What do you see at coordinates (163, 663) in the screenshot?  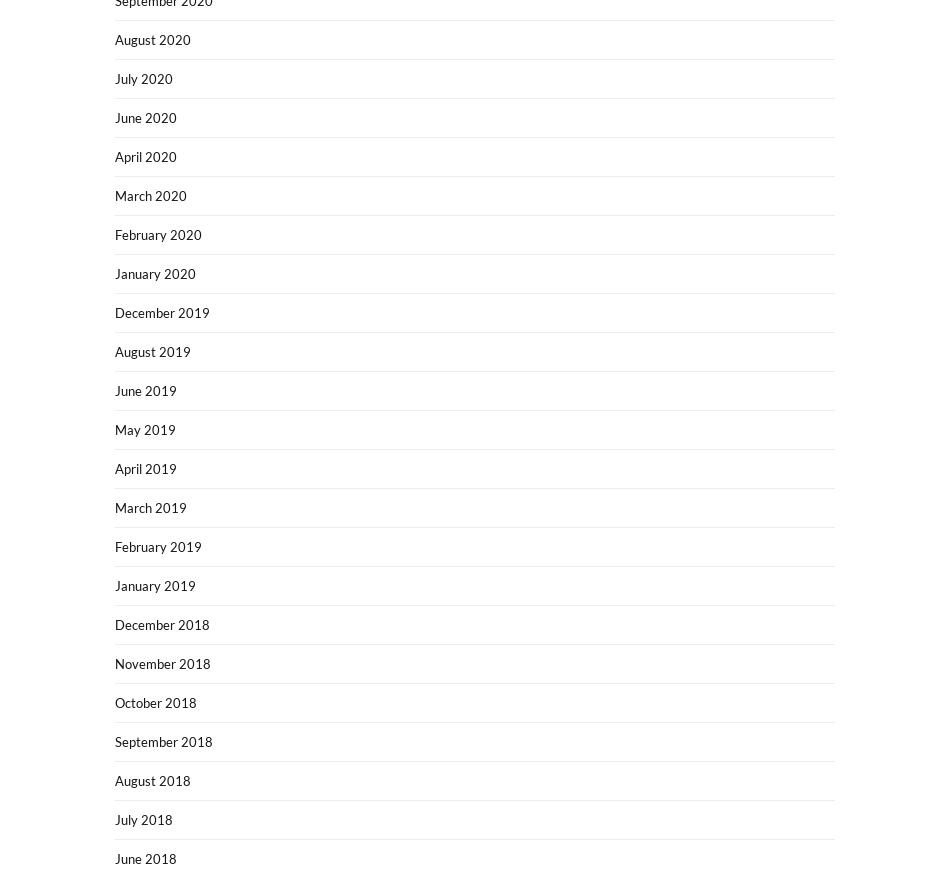 I see `'November 2018'` at bounding box center [163, 663].